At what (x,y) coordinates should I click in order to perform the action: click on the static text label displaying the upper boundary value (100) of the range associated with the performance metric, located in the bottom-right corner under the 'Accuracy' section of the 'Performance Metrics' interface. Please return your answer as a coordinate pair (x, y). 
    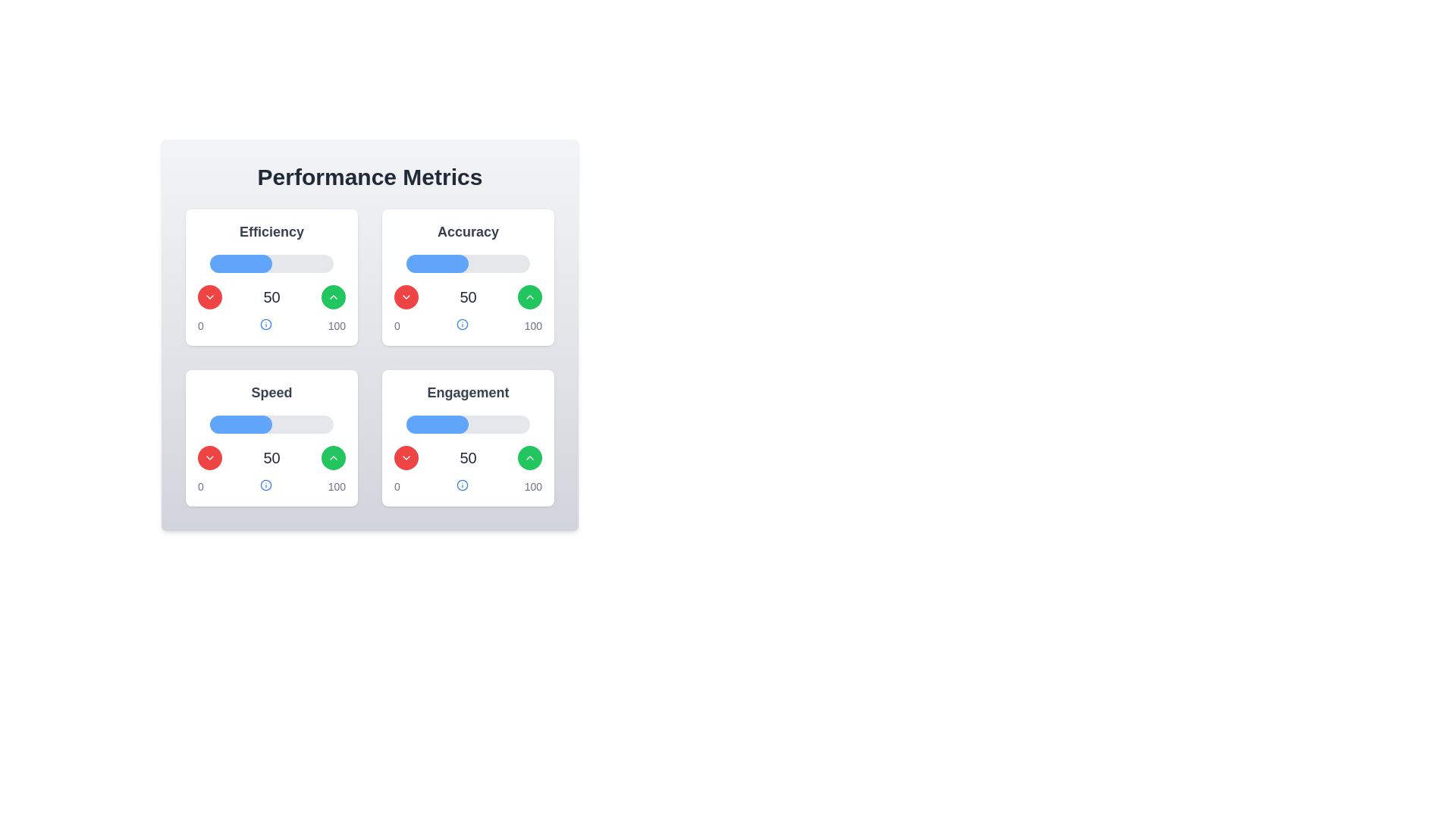
    Looking at the image, I should click on (533, 325).